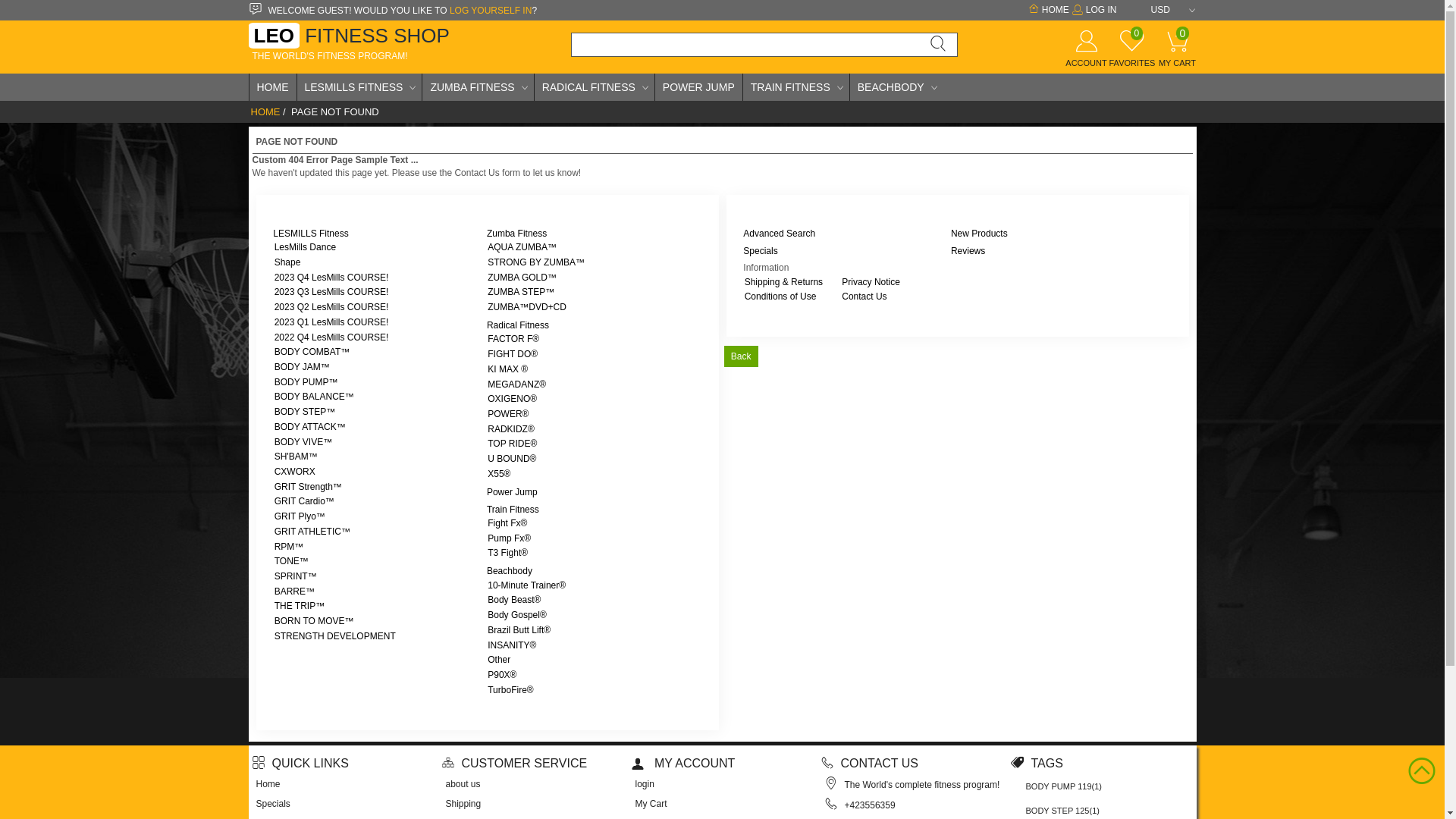 Image resolution: width=1456 pixels, height=819 pixels. What do you see at coordinates (1093, 9) in the screenshot?
I see `'LOG IN'` at bounding box center [1093, 9].